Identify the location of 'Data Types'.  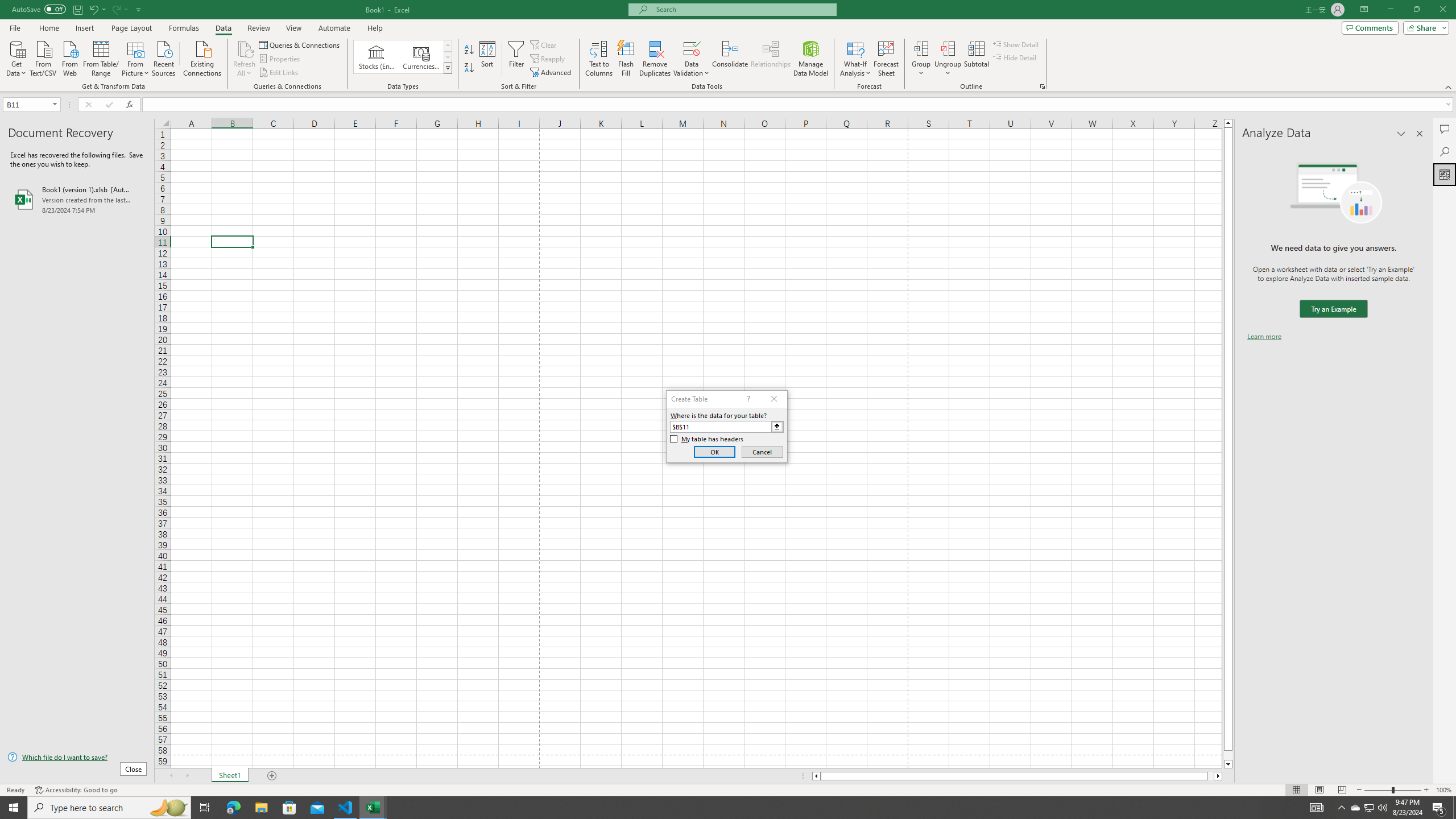
(448, 67).